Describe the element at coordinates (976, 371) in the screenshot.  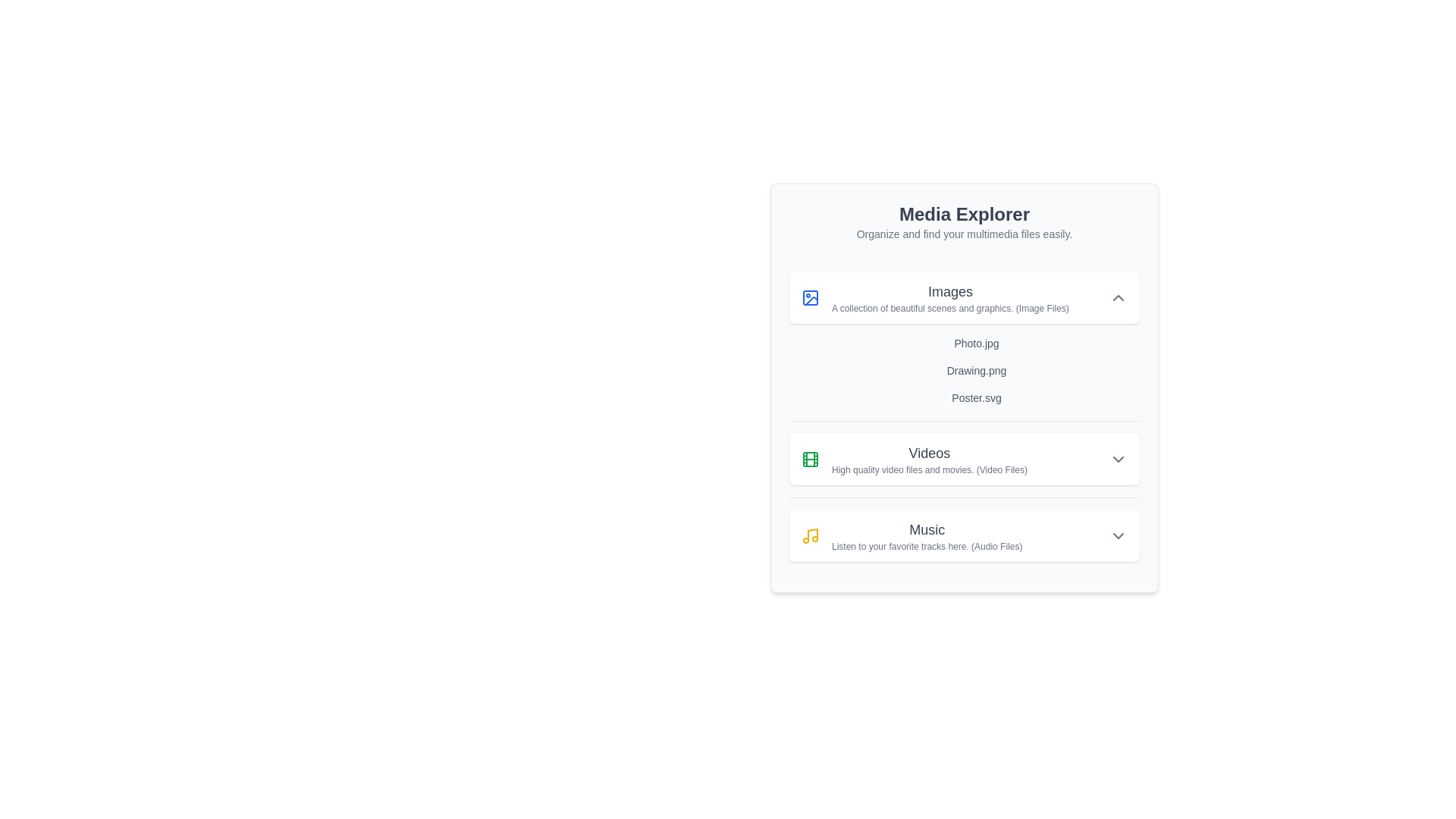
I see `the text label for 'Drawing.png' located in the central column under the 'Images' section of the interface` at that location.